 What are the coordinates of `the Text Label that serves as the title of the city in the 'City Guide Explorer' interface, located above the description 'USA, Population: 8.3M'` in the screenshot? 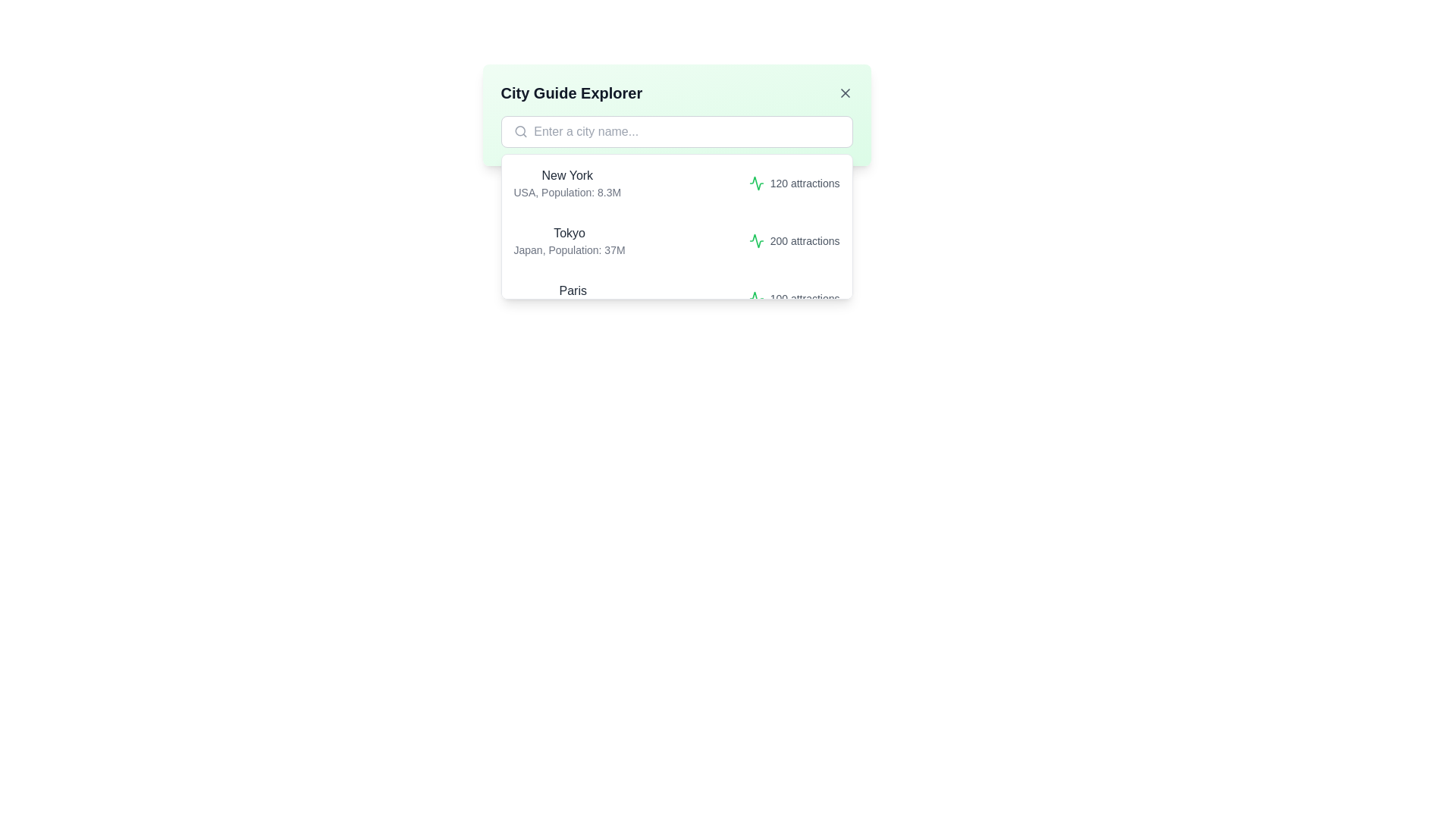 It's located at (566, 174).